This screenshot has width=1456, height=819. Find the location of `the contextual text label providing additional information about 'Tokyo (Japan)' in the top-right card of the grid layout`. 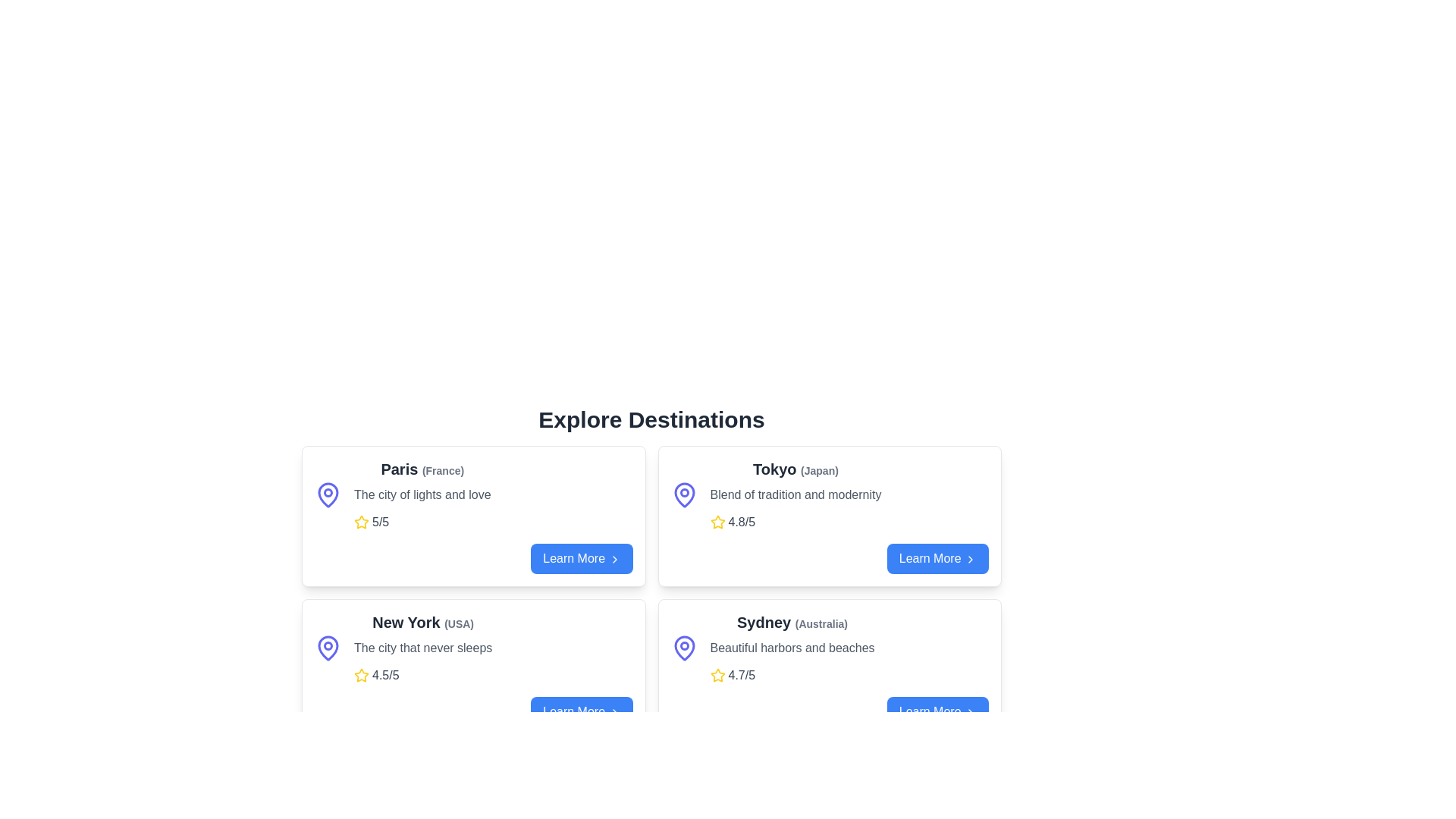

the contextual text label providing additional information about 'Tokyo (Japan)' in the top-right card of the grid layout is located at coordinates (818, 470).